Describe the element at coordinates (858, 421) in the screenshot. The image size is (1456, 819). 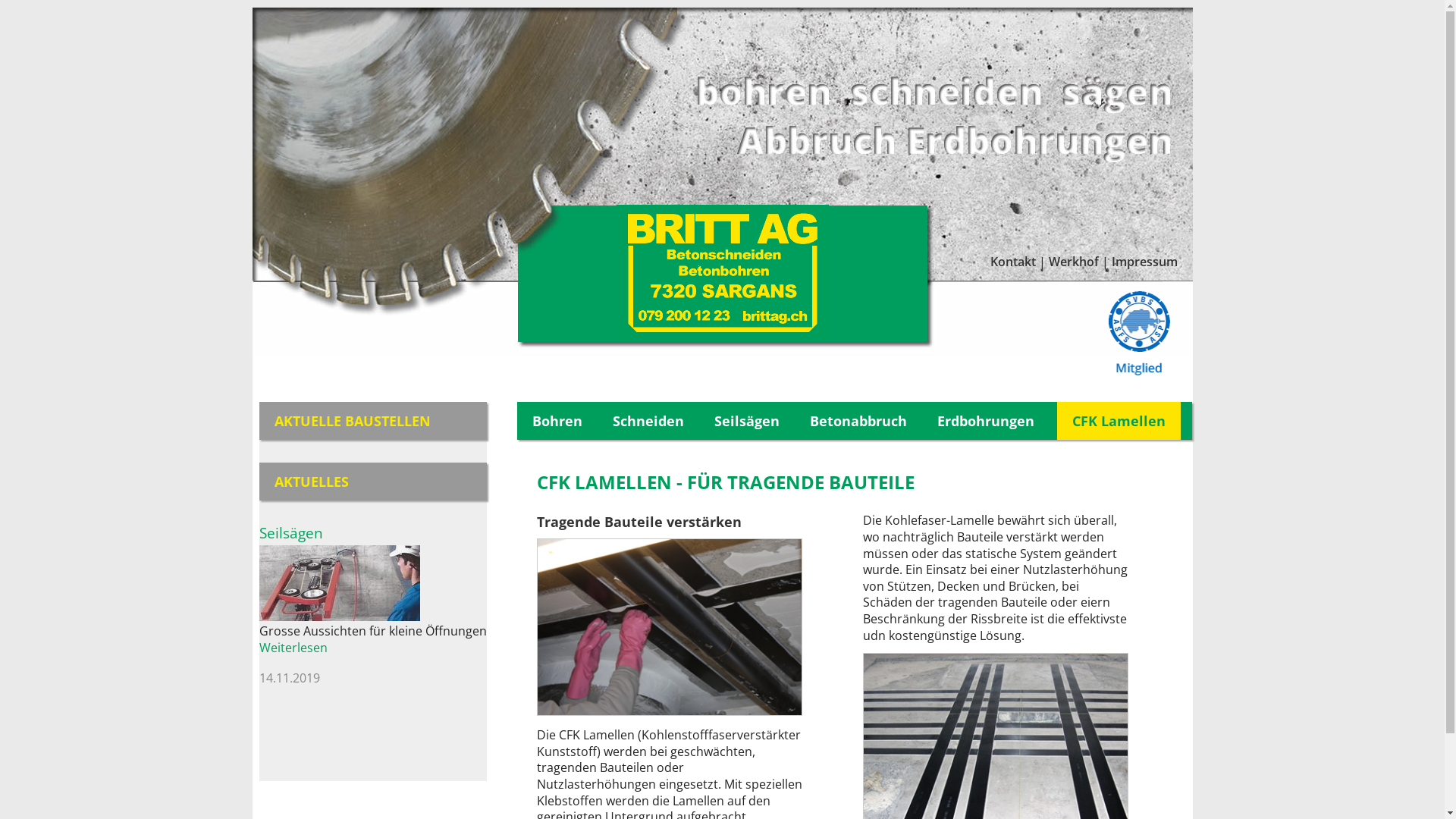
I see `'Betonabbruch'` at that location.